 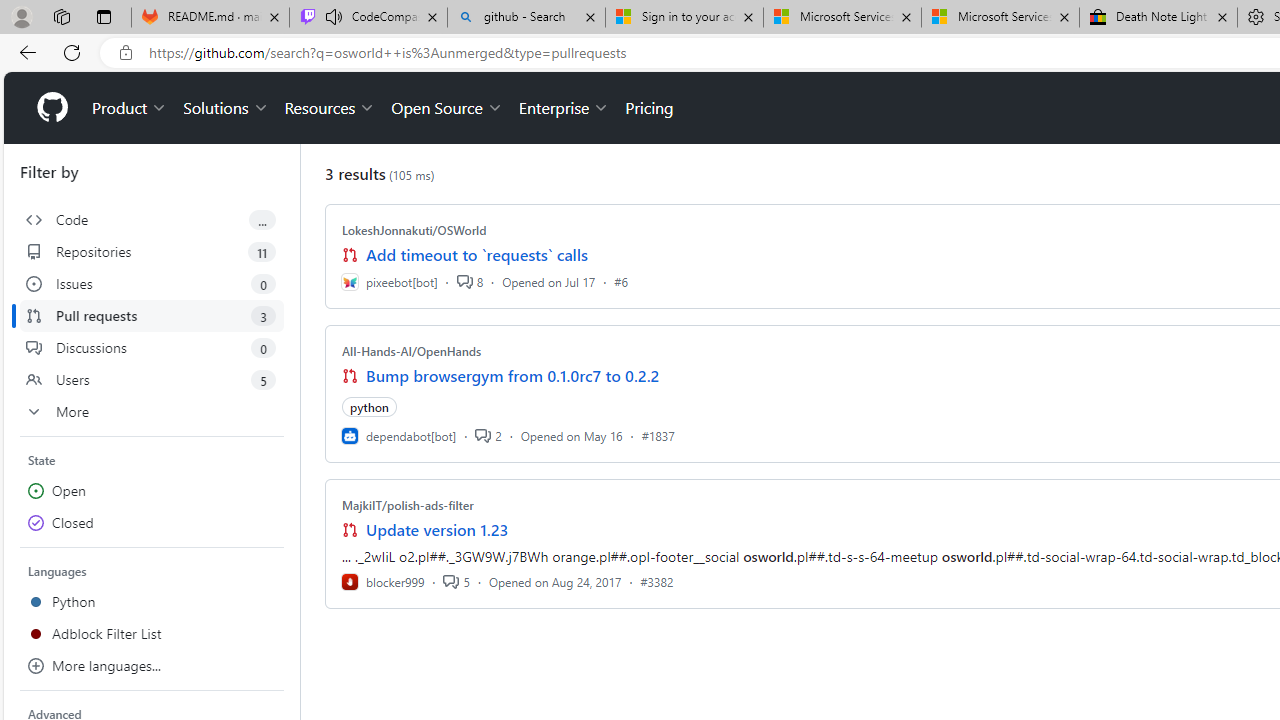 What do you see at coordinates (620, 281) in the screenshot?
I see `'#6'` at bounding box center [620, 281].